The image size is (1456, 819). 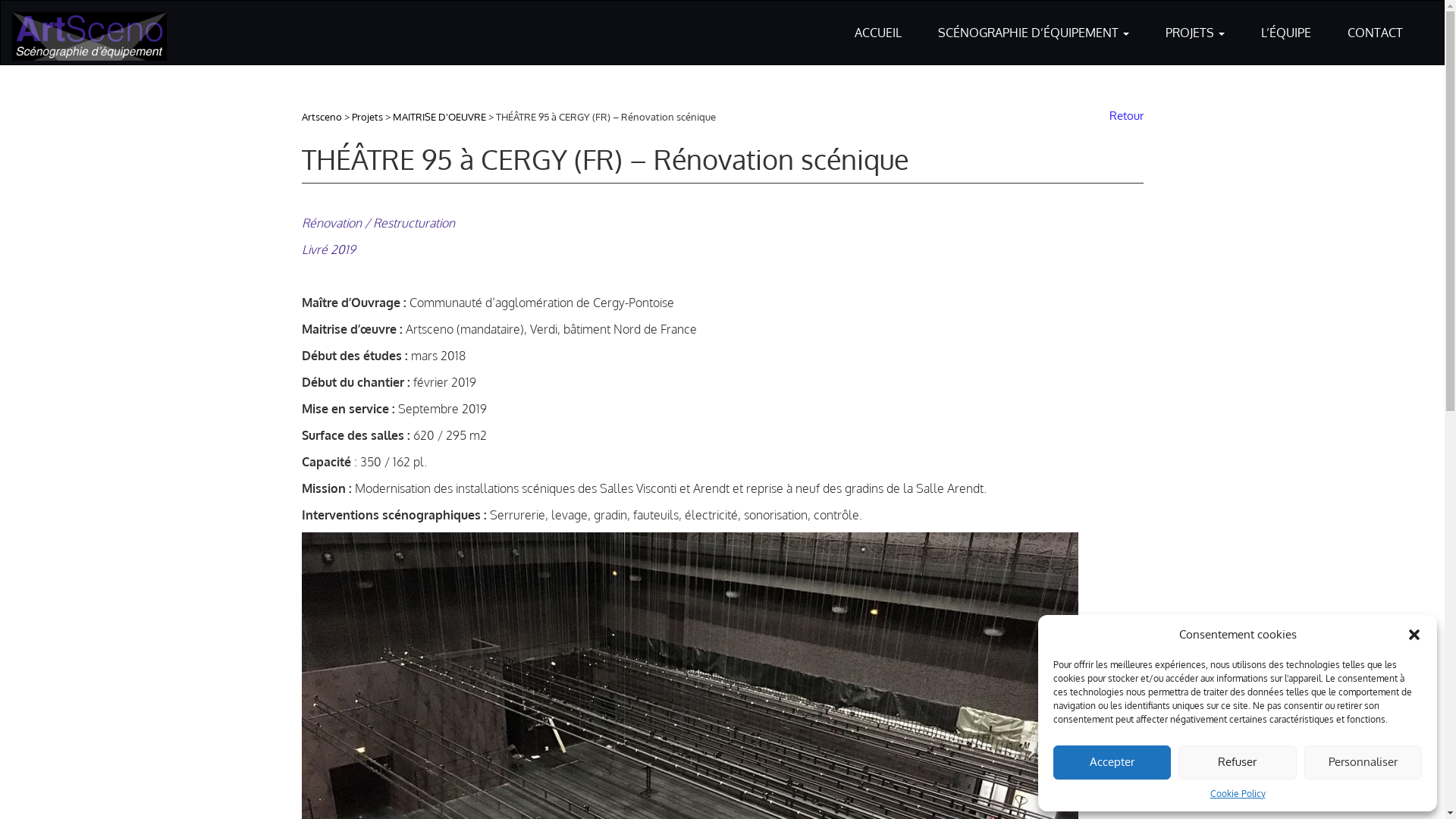 I want to click on 'Personnaliser', so click(x=1363, y=762).